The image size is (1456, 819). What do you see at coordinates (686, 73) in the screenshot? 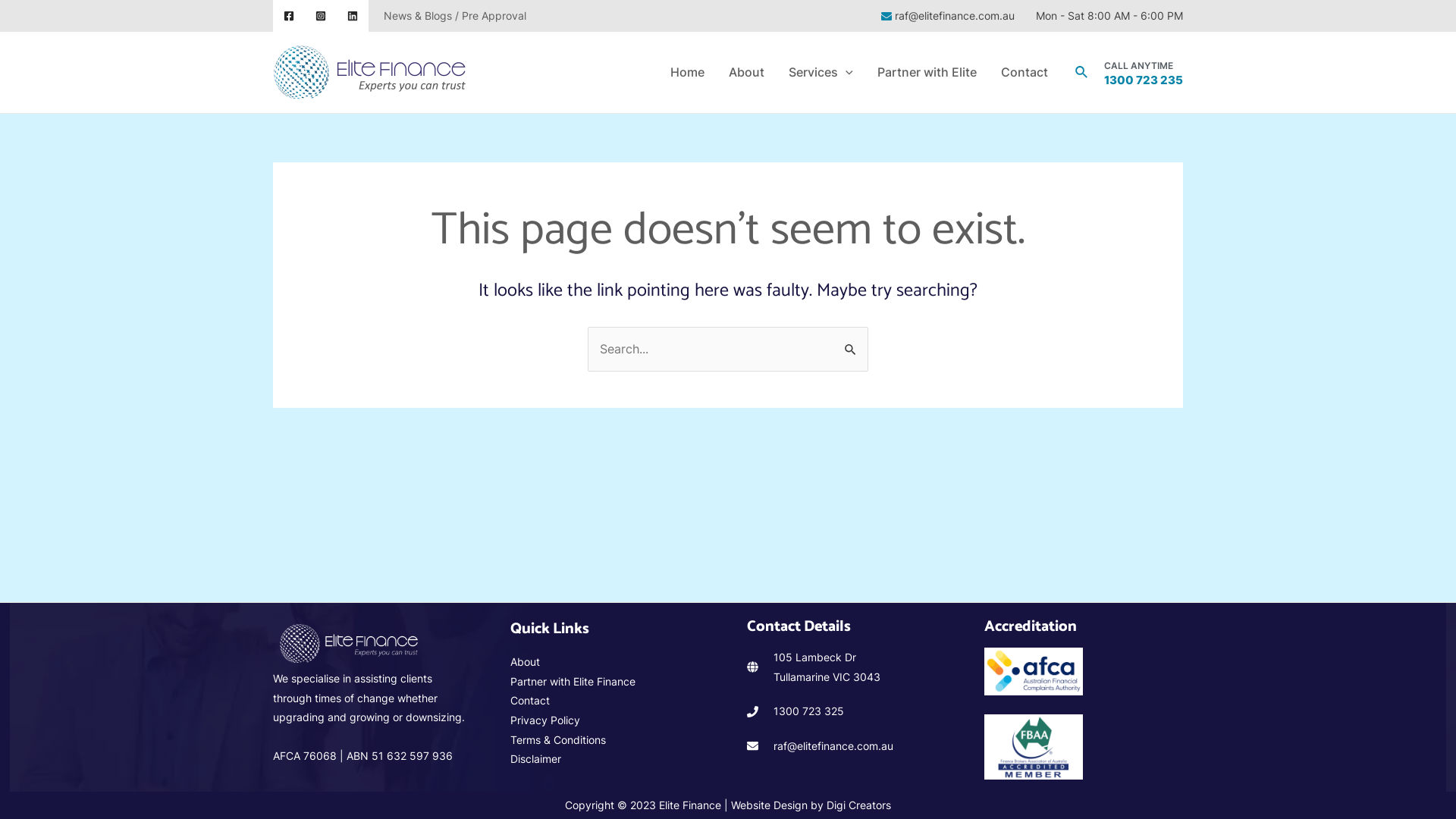
I see `'Home'` at bounding box center [686, 73].